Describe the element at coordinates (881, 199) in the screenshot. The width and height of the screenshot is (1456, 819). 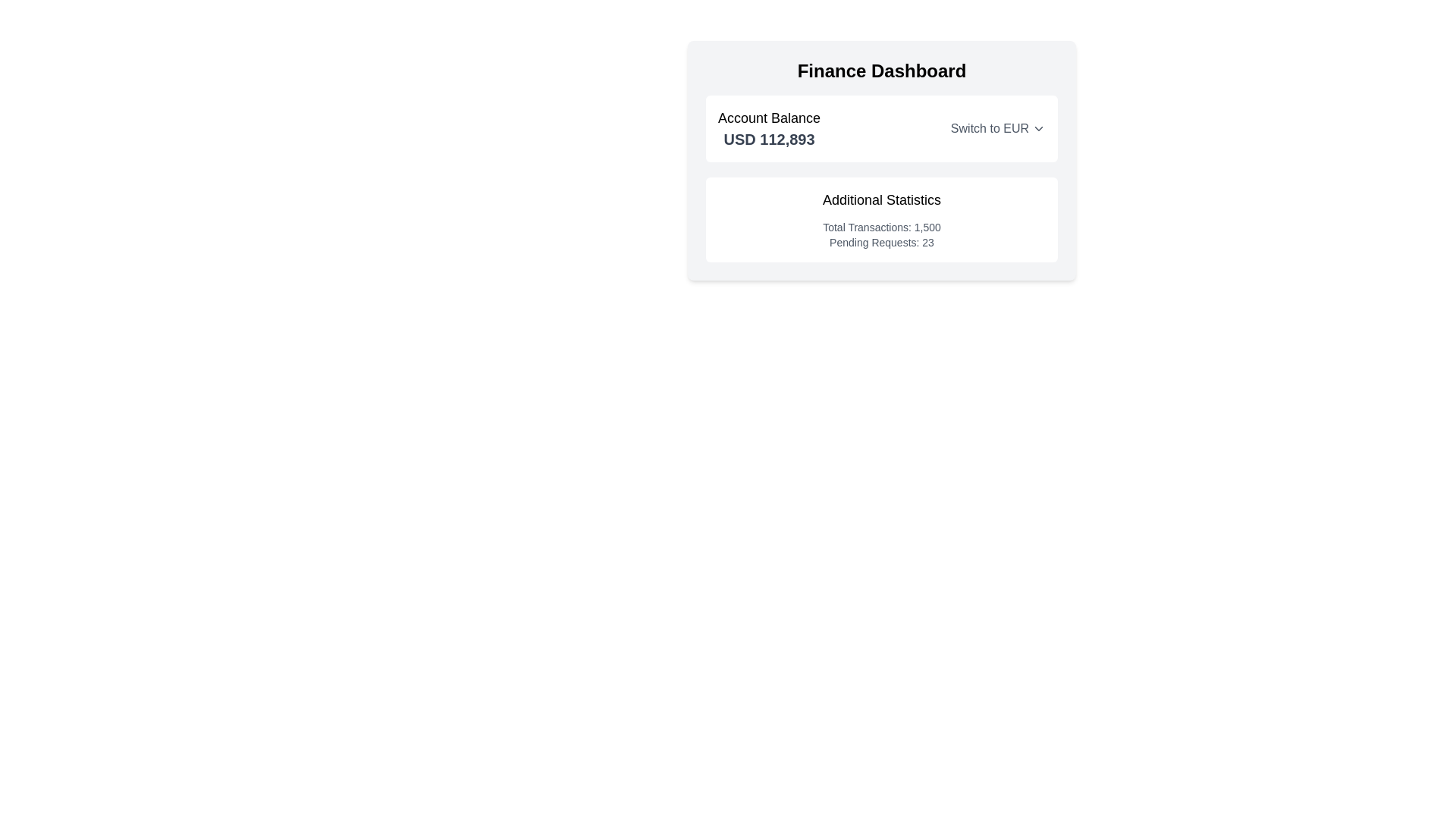
I see `the 'Additional Statistics' text label which identifies the section of information below it` at that location.